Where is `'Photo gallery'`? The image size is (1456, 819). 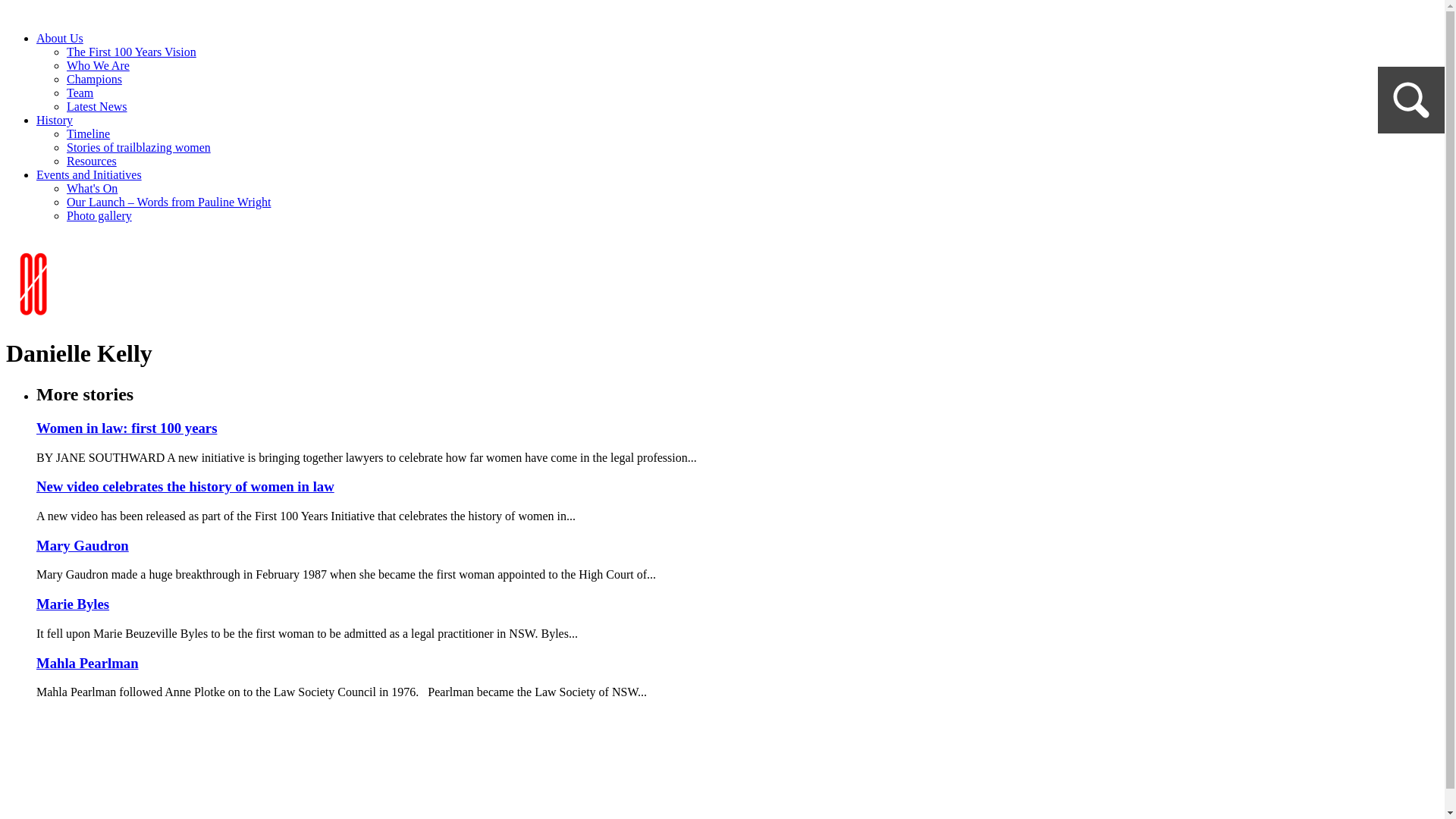 'Photo gallery' is located at coordinates (98, 215).